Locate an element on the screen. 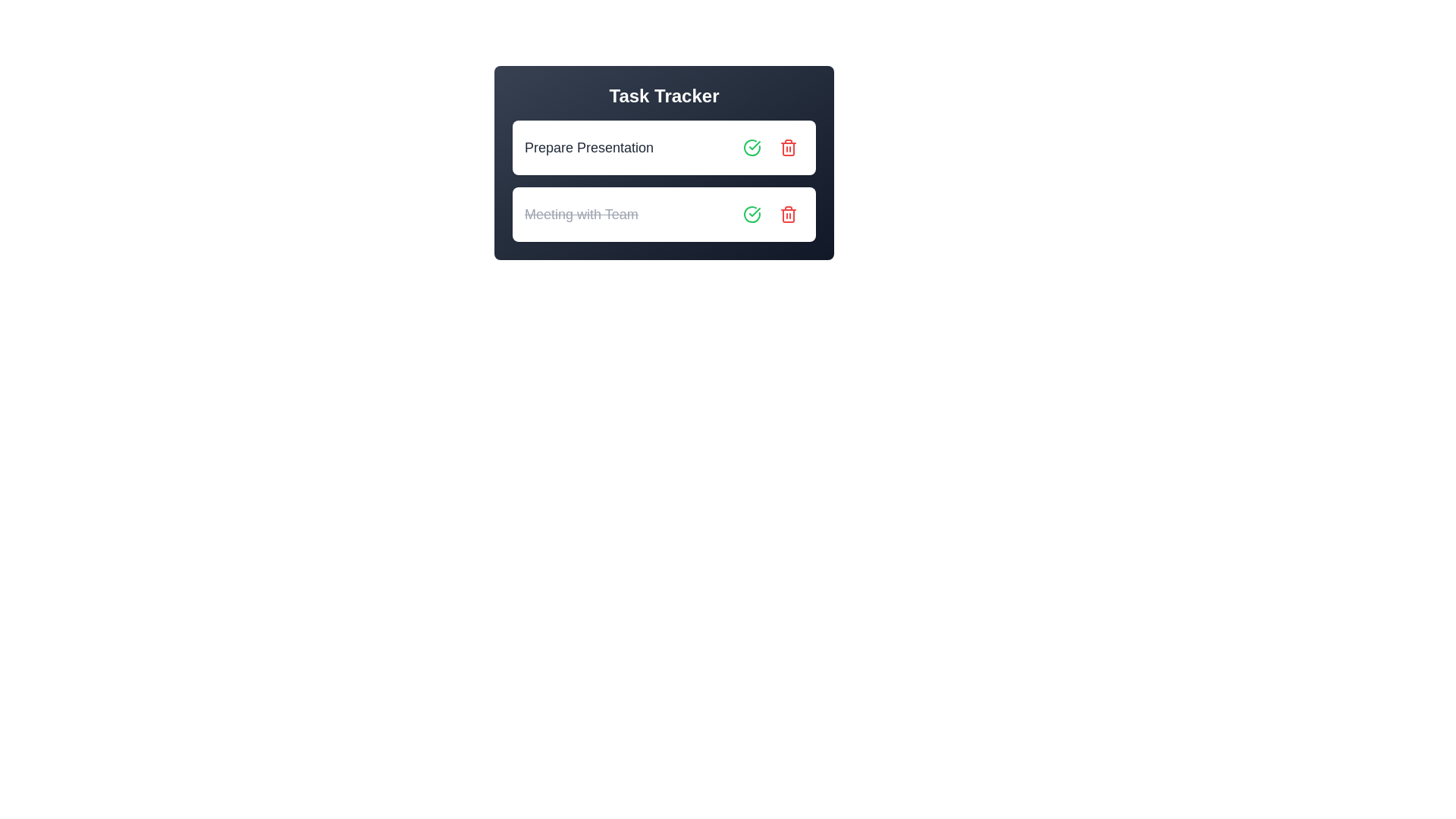 This screenshot has width=1456, height=819. the green checkmark icon within the circular SVG graphic that is part of the 'Meeting with Team' task interface by moving the cursor to its center point is located at coordinates (755, 146).